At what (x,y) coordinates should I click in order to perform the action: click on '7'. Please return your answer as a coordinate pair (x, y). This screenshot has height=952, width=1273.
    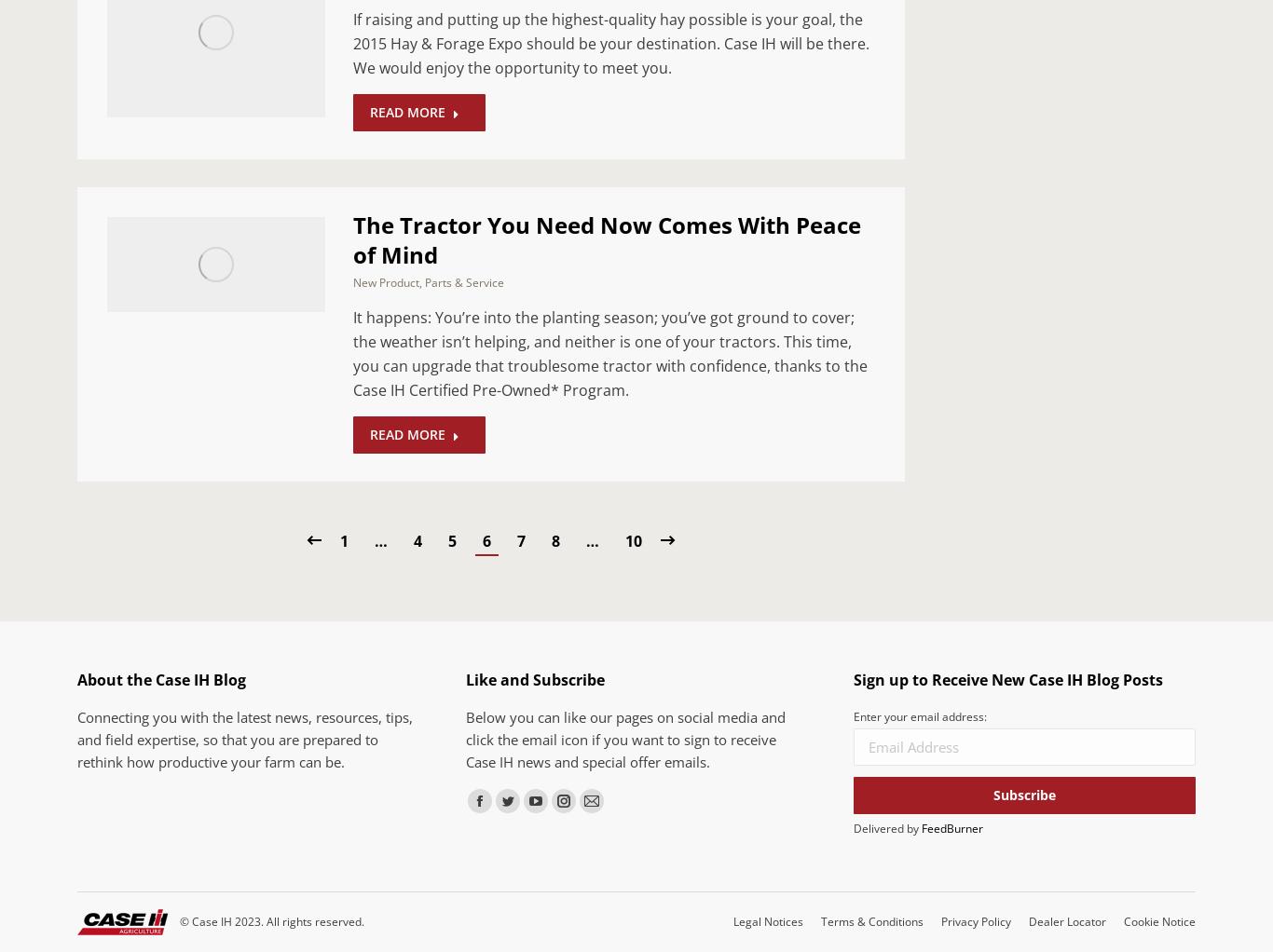
    Looking at the image, I should click on (520, 539).